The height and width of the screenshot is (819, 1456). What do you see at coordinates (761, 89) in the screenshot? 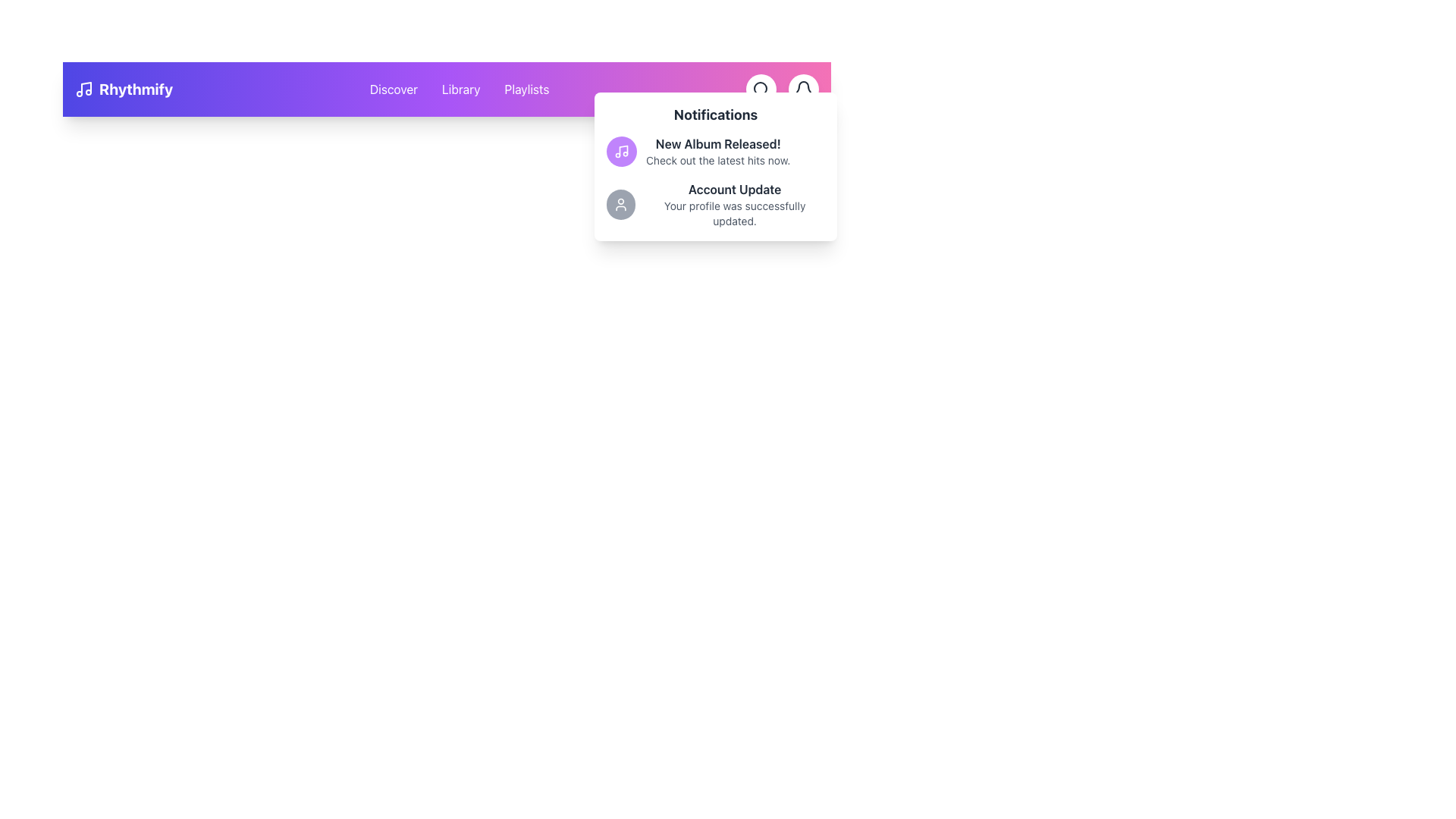
I see `the circular search button with an embedded icon located on the right side of the horizontal menu bar to experience the scale animation` at bounding box center [761, 89].